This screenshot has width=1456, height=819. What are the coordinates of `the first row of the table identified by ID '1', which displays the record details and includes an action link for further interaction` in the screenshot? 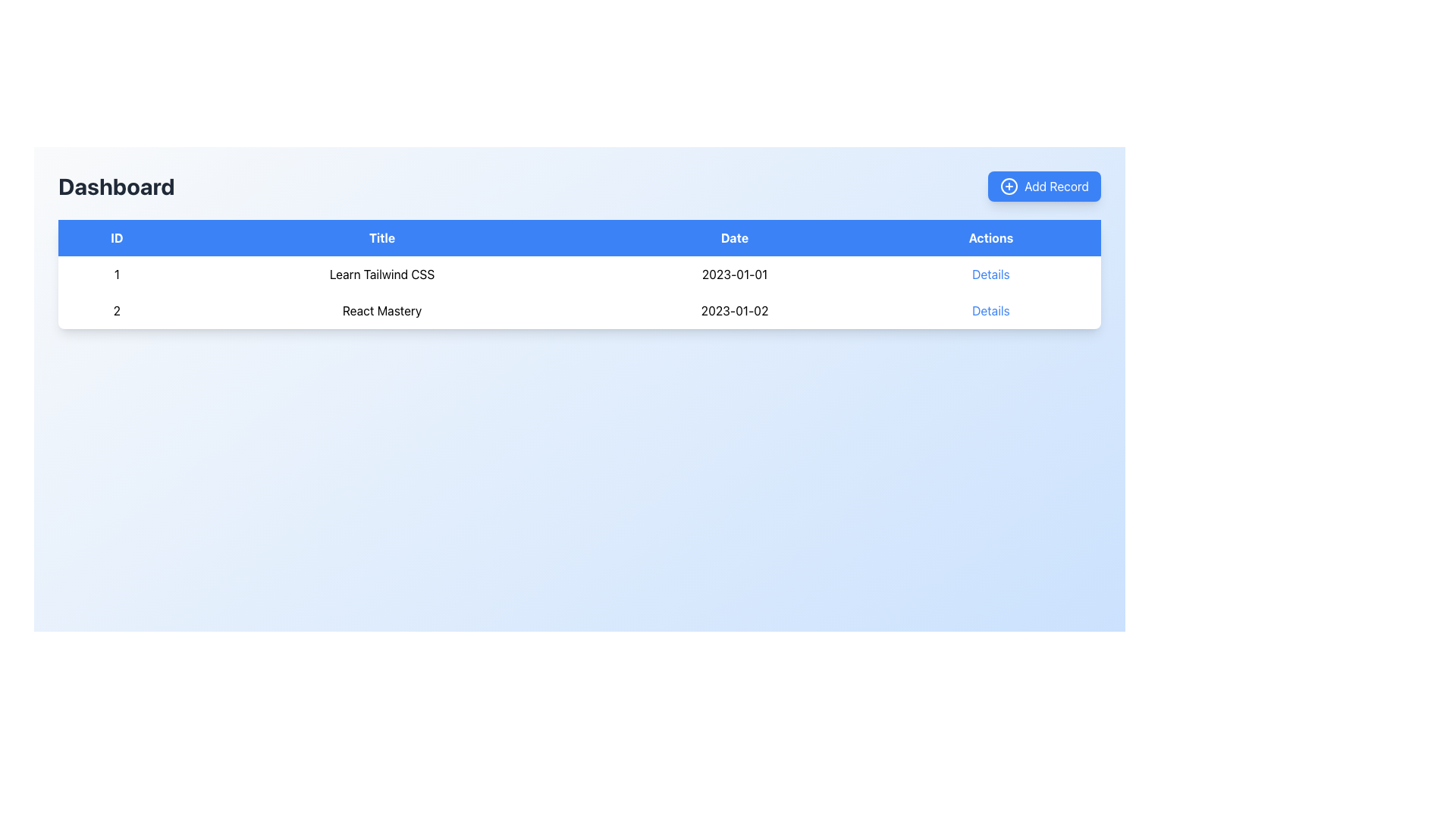 It's located at (579, 275).